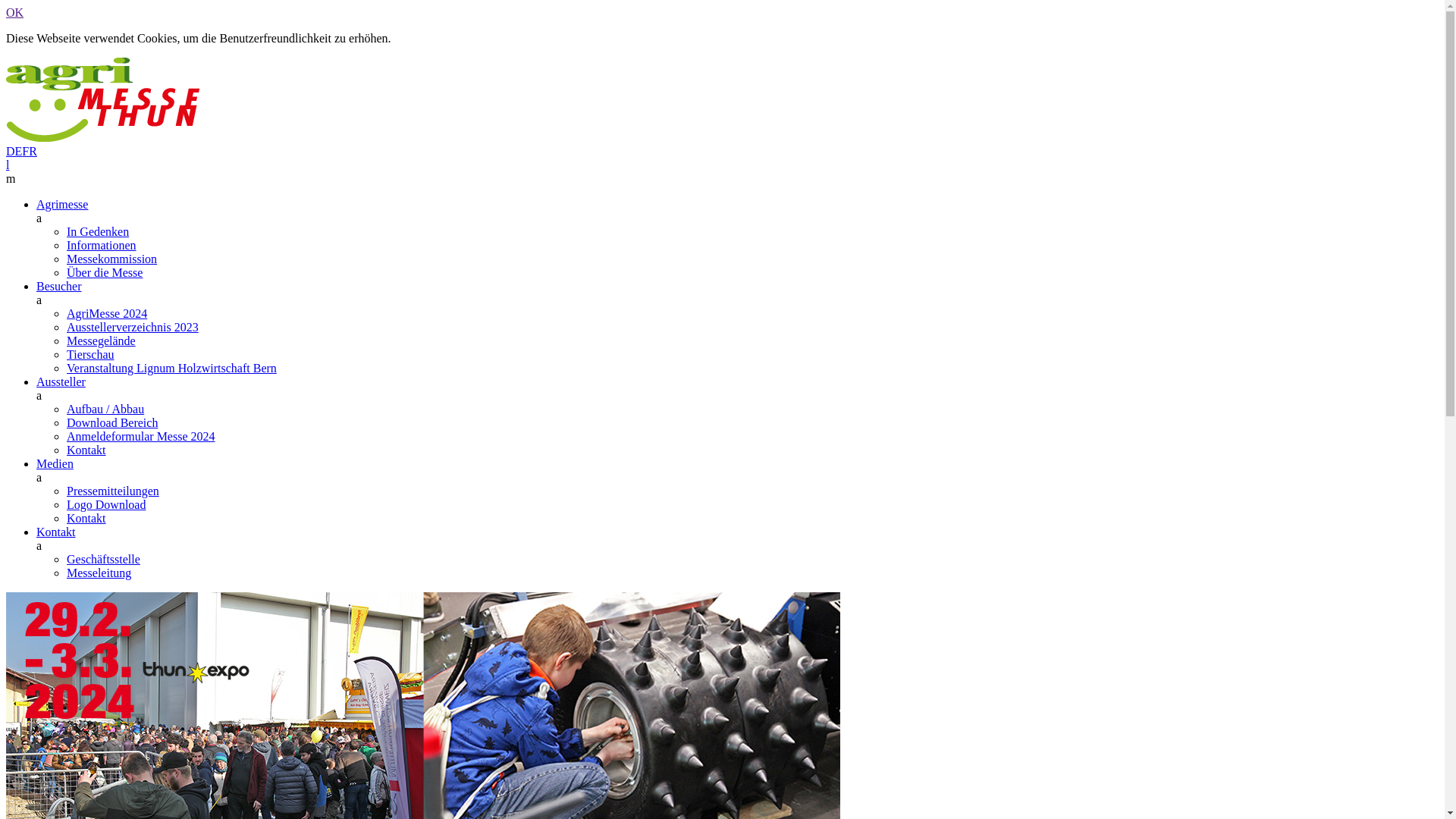  I want to click on 'Messekommission', so click(111, 258).